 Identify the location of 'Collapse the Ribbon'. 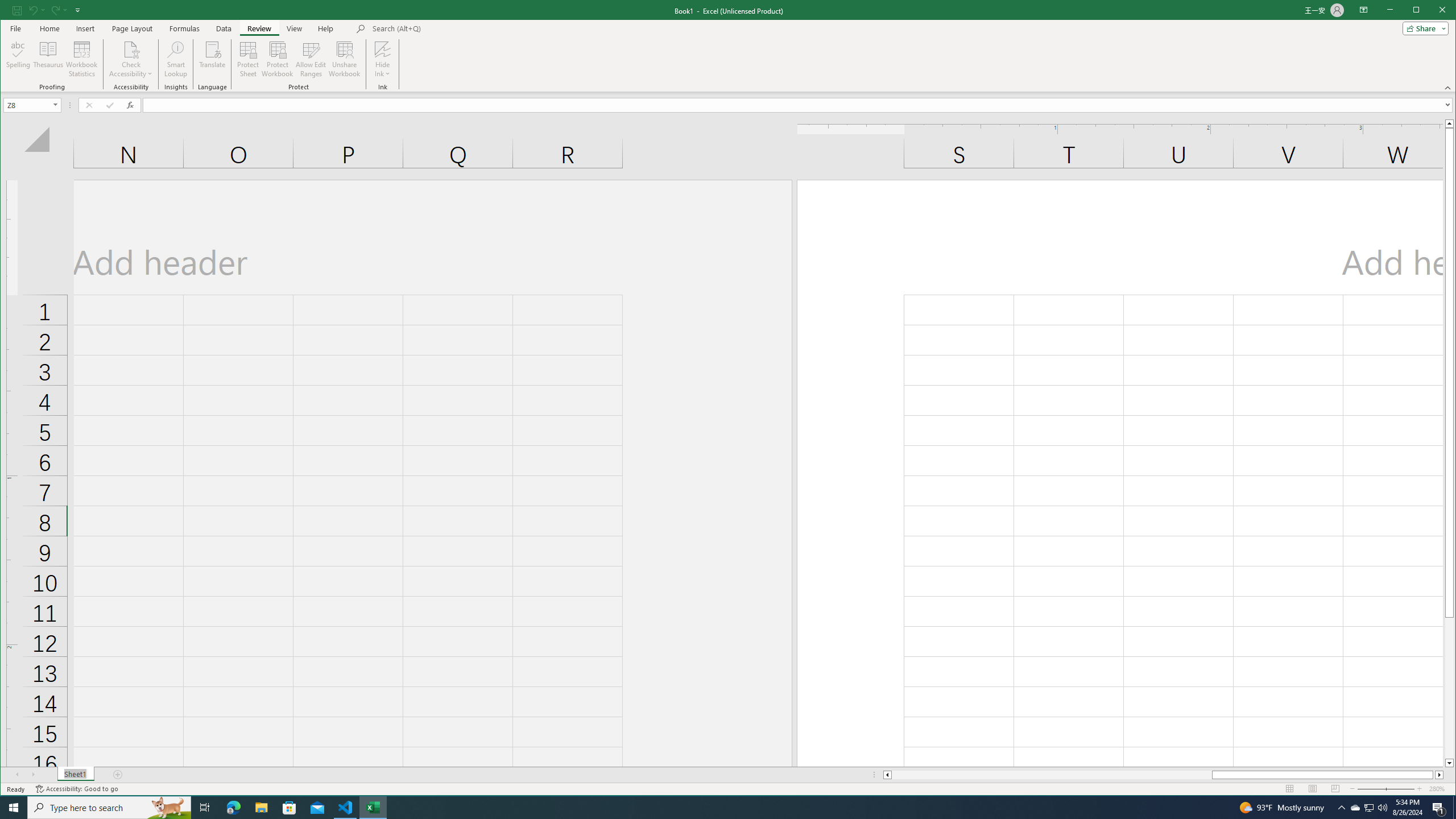
(1449, 87).